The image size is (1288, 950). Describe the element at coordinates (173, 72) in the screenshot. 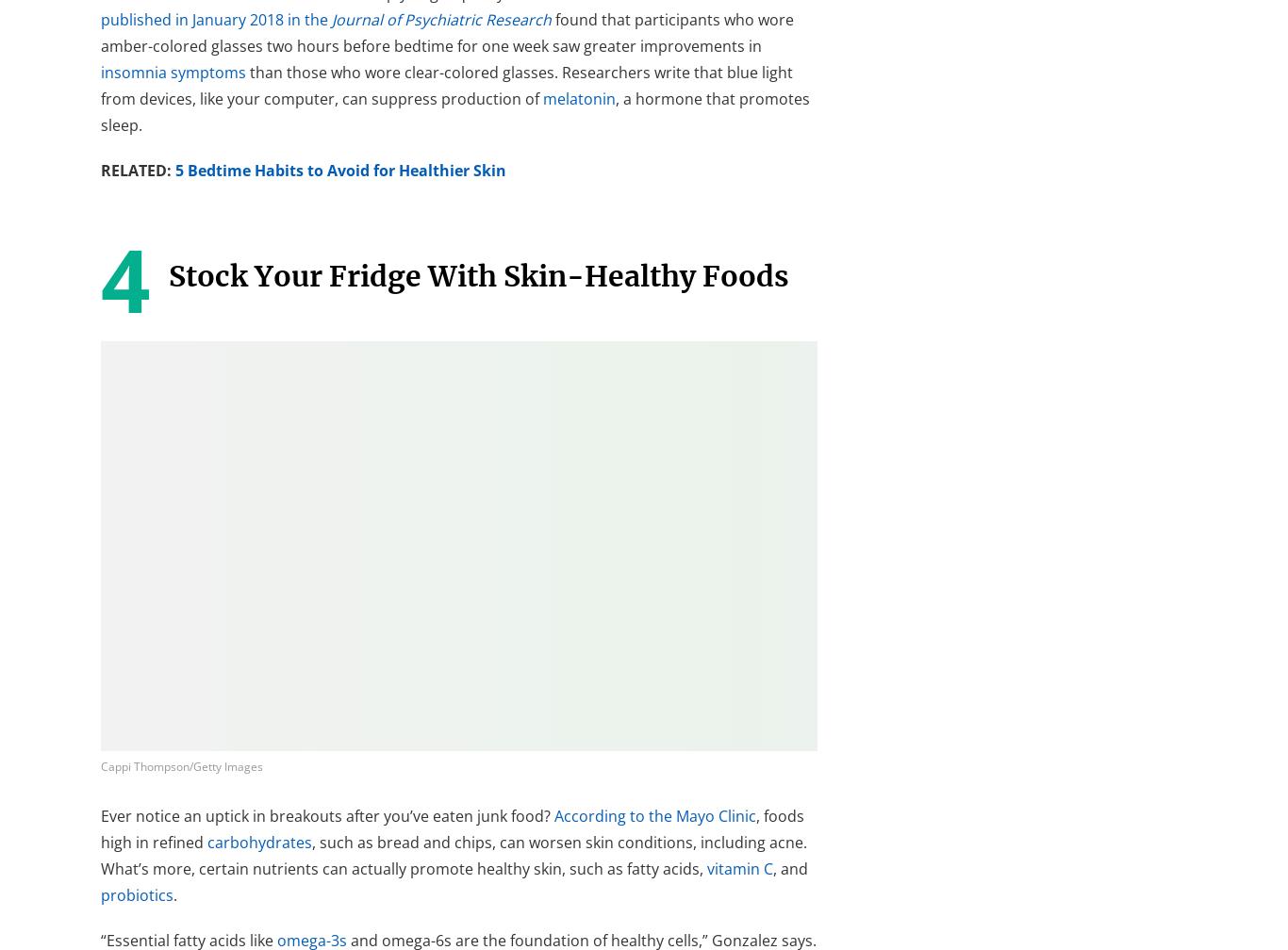

I see `'insomnia symptoms'` at that location.